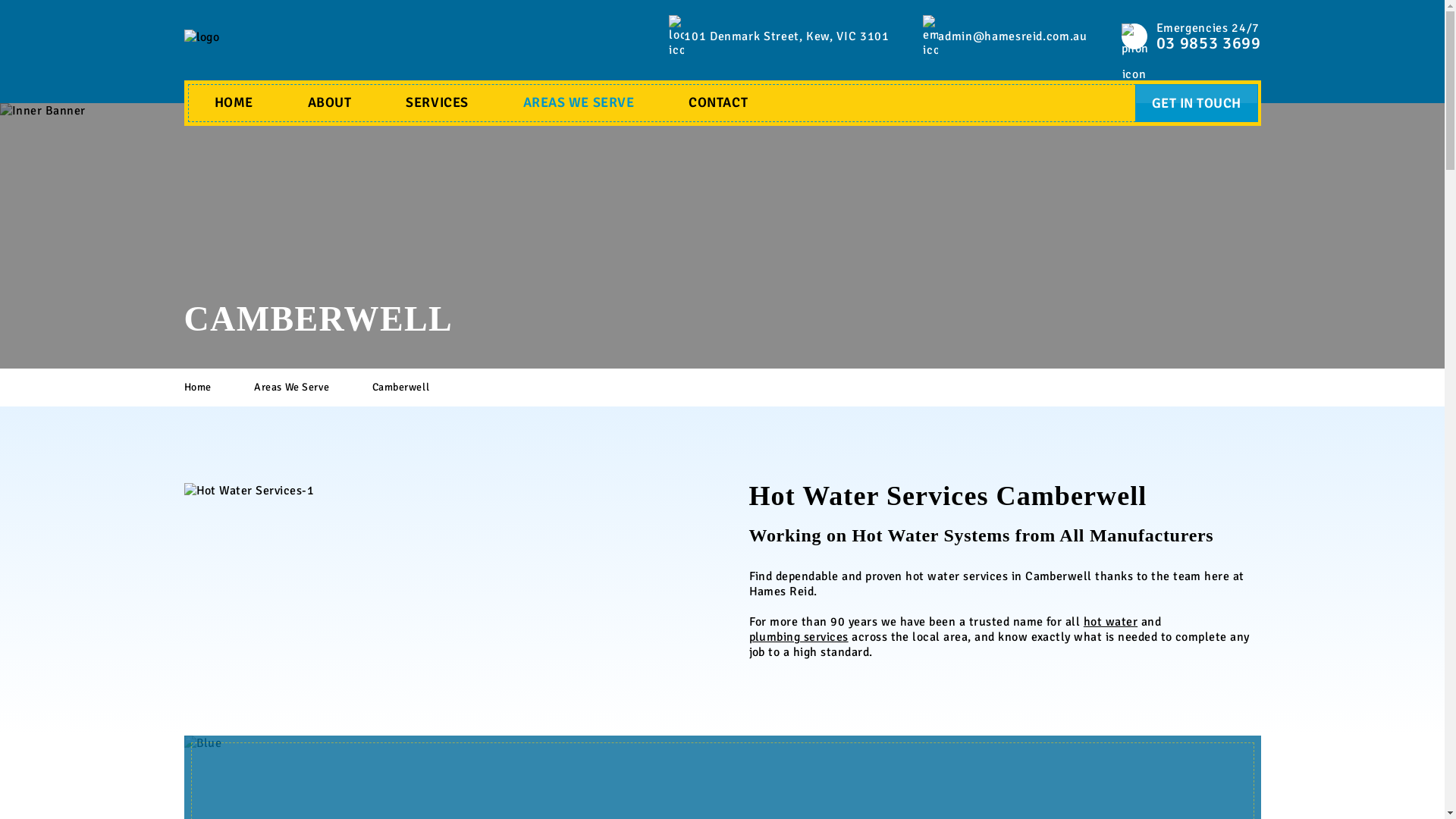  Describe the element at coordinates (216, 386) in the screenshot. I see `'Home'` at that location.